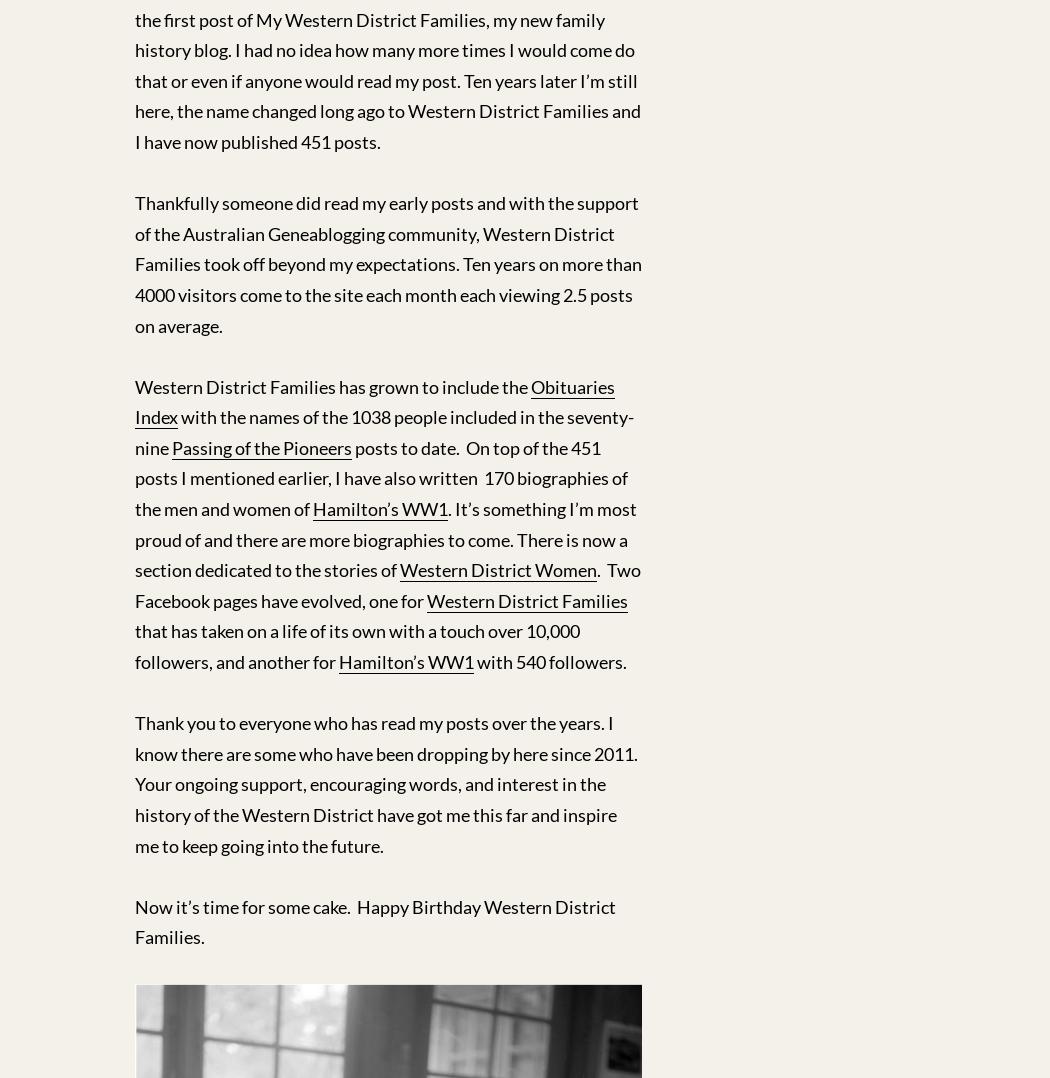  What do you see at coordinates (332, 385) in the screenshot?
I see `'Western District Families has grown to include the'` at bounding box center [332, 385].